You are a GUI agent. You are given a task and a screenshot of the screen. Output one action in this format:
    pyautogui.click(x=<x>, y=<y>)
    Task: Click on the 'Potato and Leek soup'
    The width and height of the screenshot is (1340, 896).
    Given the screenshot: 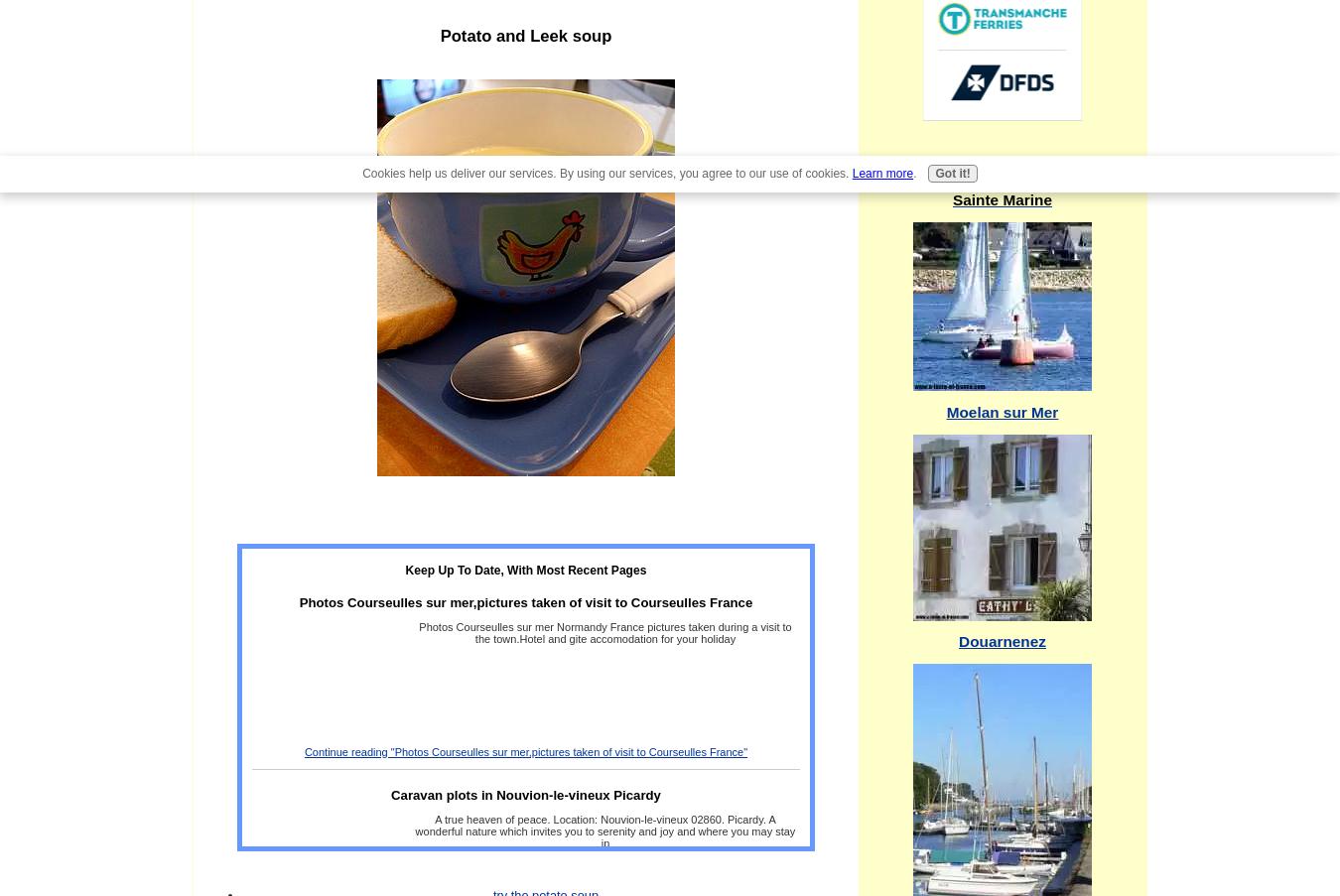 What is the action you would take?
    pyautogui.click(x=524, y=34)
    